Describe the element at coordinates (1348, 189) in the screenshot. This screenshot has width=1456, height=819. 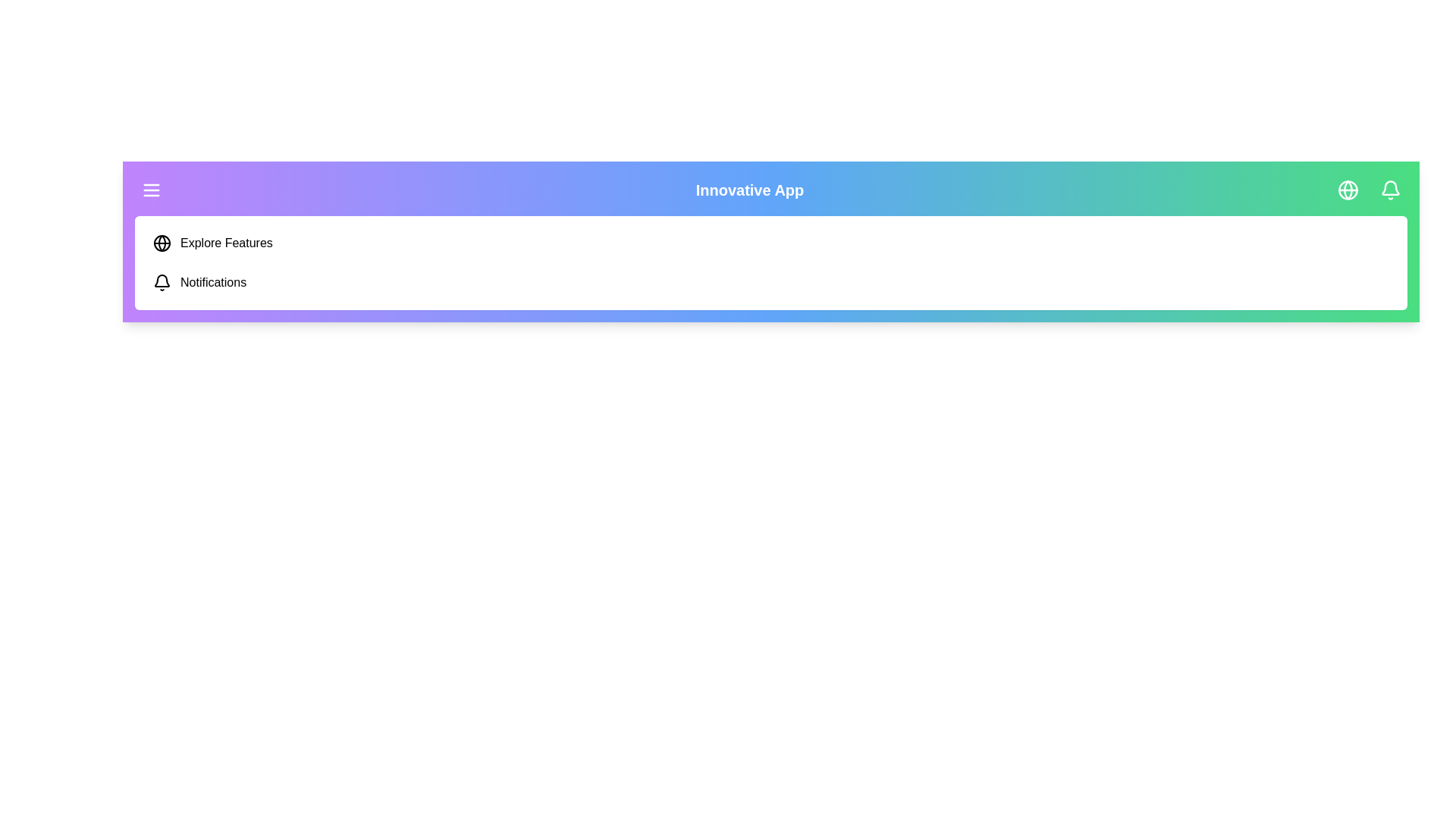
I see `the globe_icon to observe its hover effect` at that location.